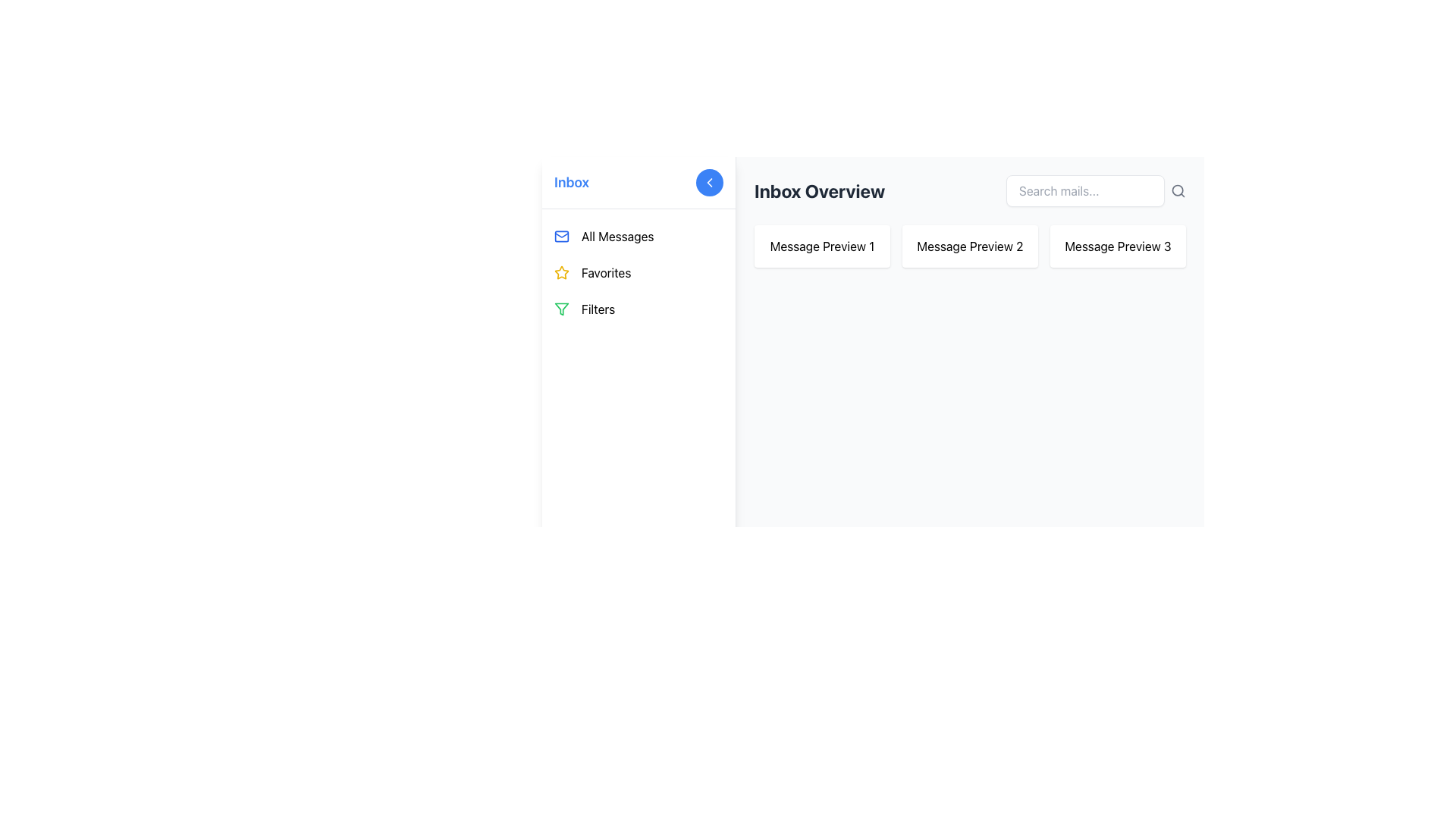  I want to click on text label that serves as a title or heading for the overview section of the inbox, located to the left of the search bar, so click(819, 190).